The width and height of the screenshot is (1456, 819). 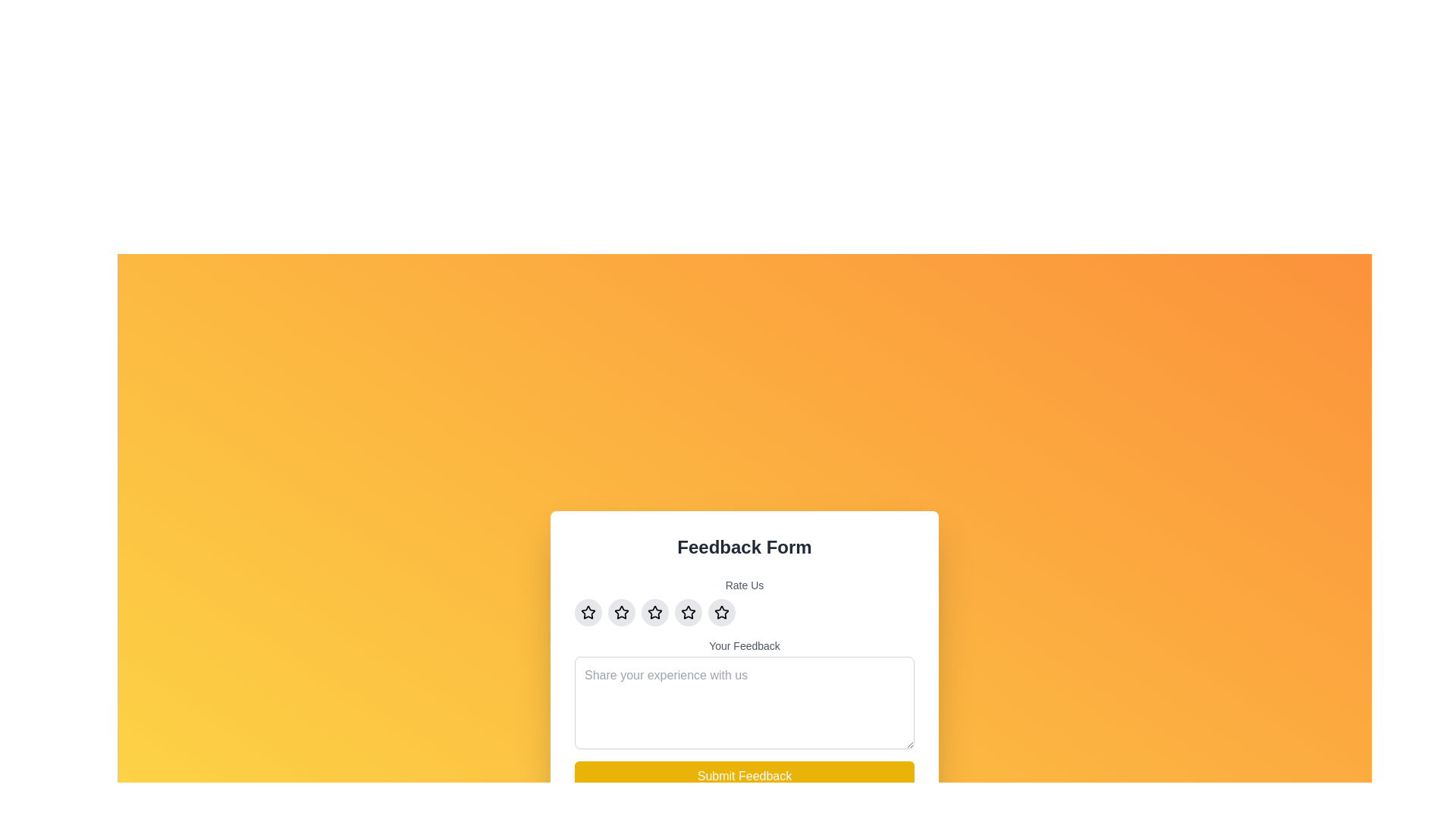 I want to click on the star-shaped icon button in the 'Rate Us' section of the 'Feedback Form', so click(x=588, y=611).